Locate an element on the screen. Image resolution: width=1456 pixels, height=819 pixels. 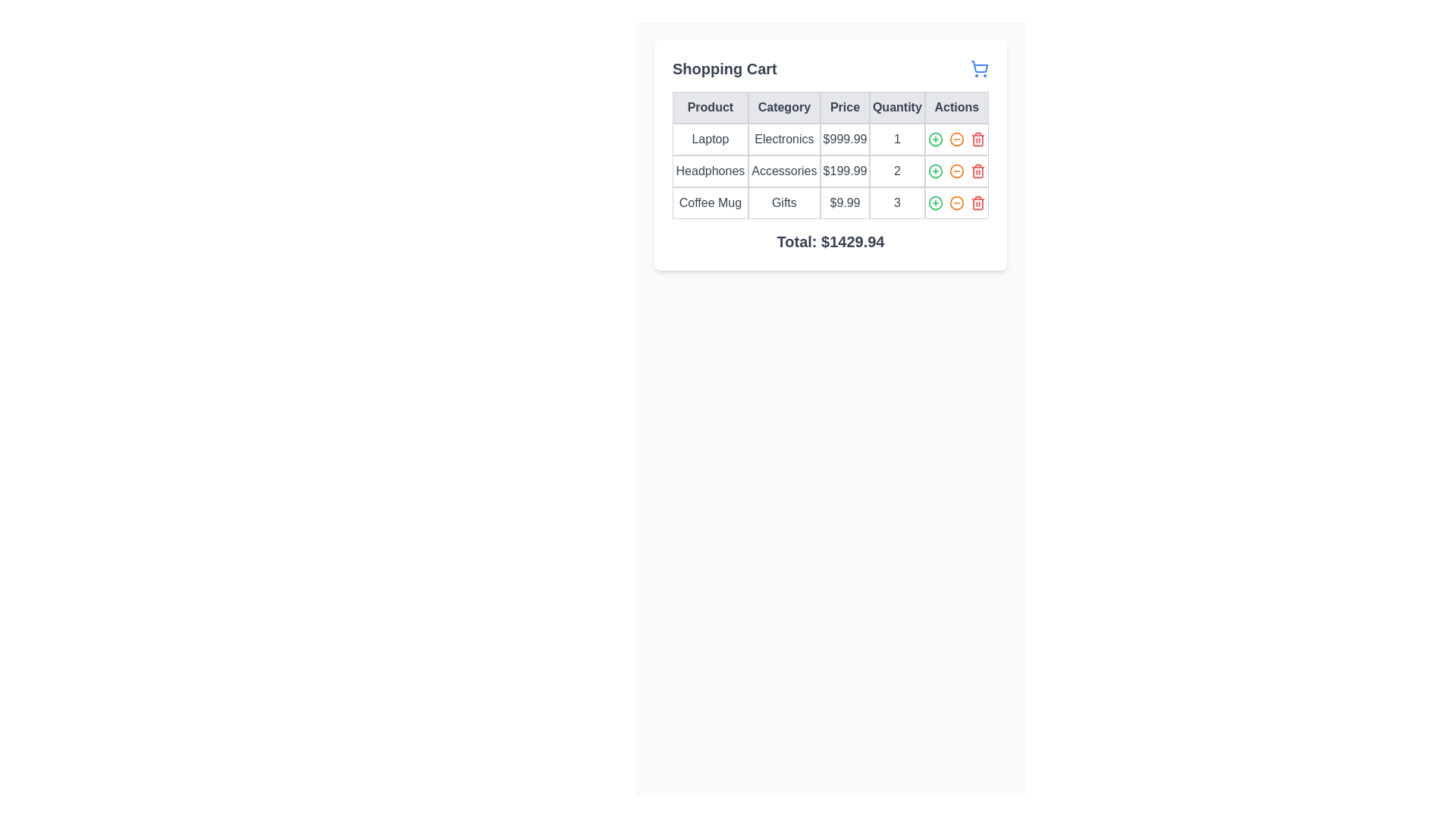
the 'Price' column header in the data table, which is the third column header after 'Product' and 'Category' is located at coordinates (844, 107).